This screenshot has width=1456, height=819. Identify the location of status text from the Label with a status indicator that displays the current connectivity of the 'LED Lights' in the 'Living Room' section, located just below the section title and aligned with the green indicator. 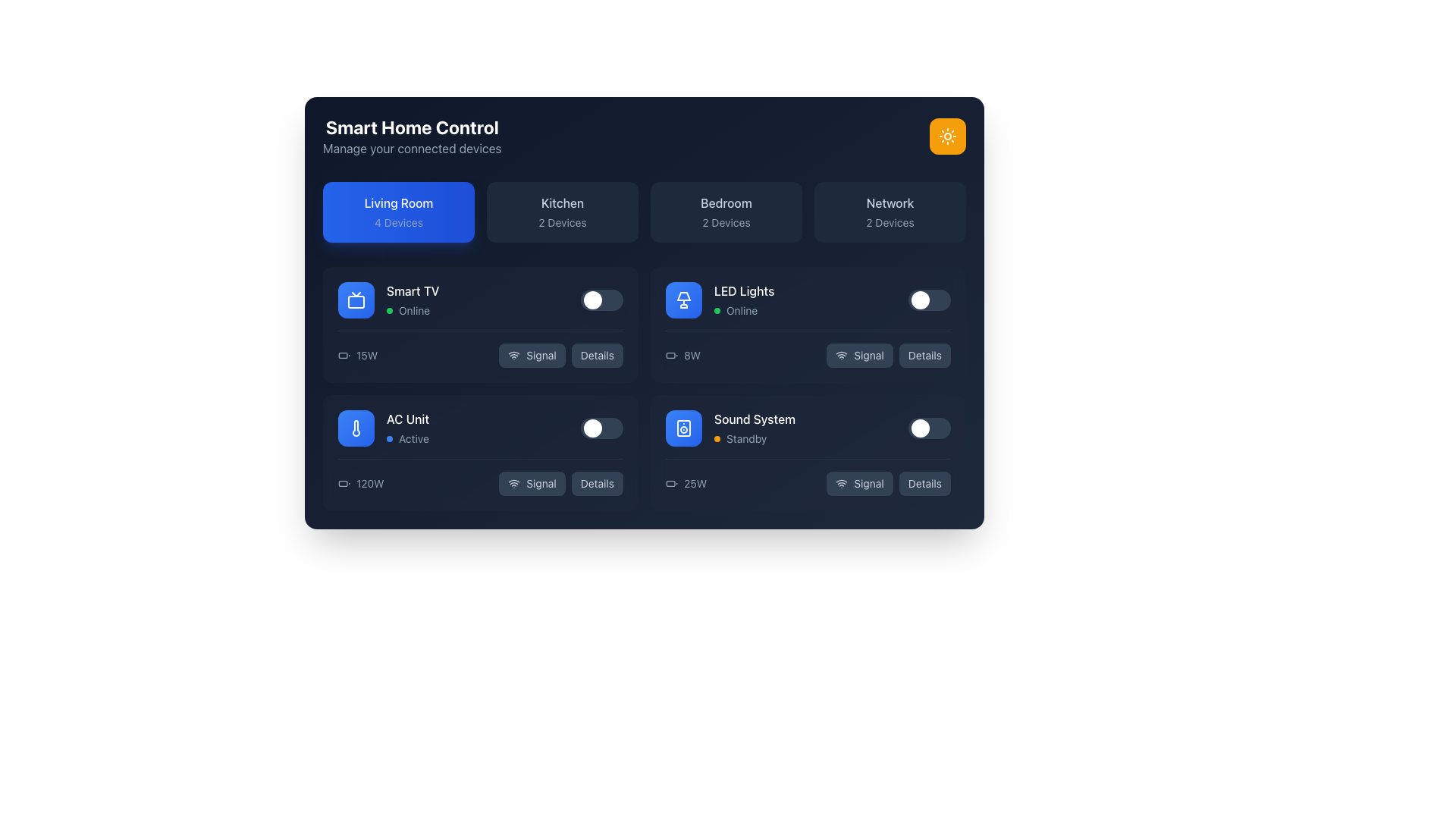
(744, 309).